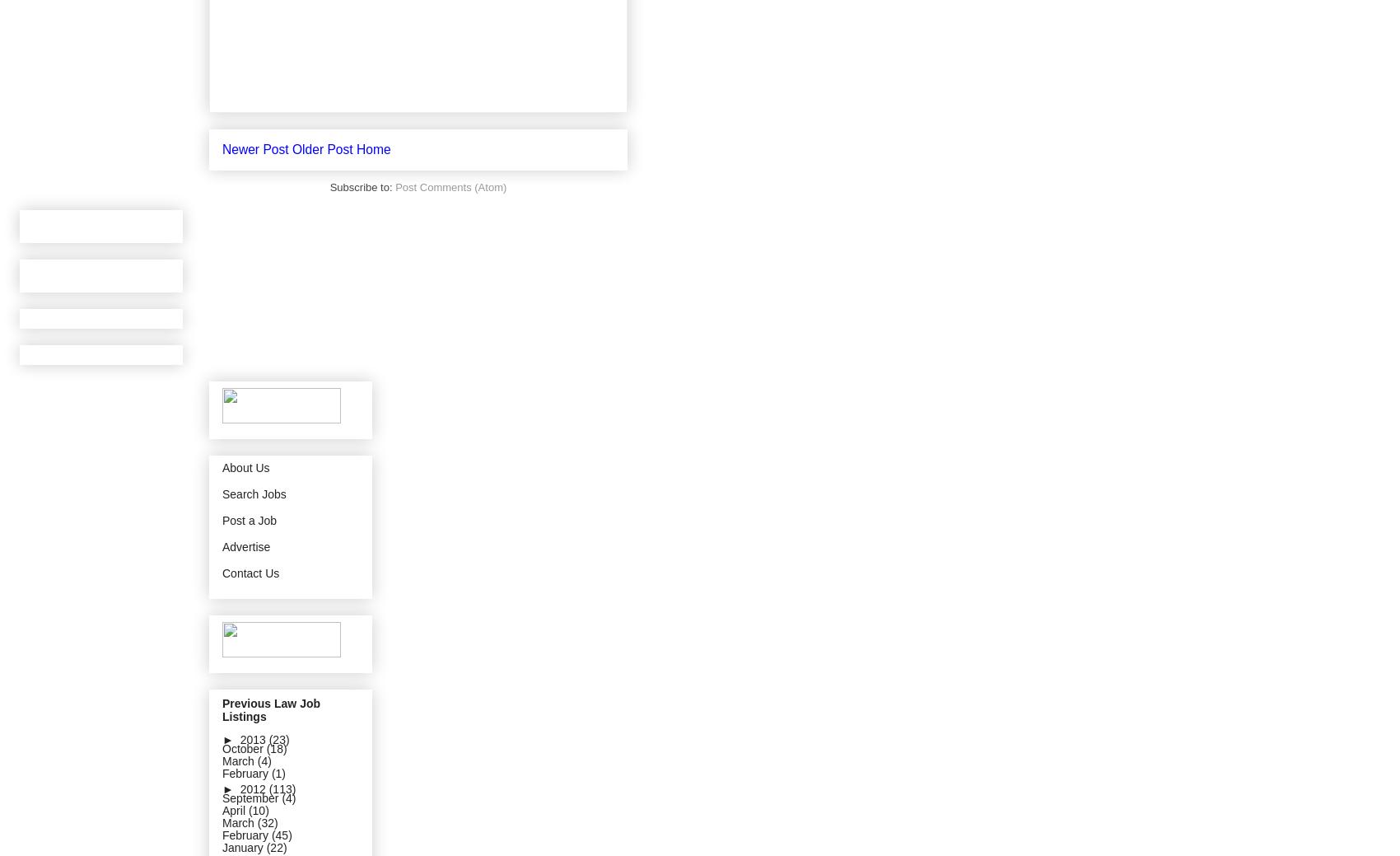 This screenshot has height=856, width=1400. I want to click on 'Home', so click(373, 148).